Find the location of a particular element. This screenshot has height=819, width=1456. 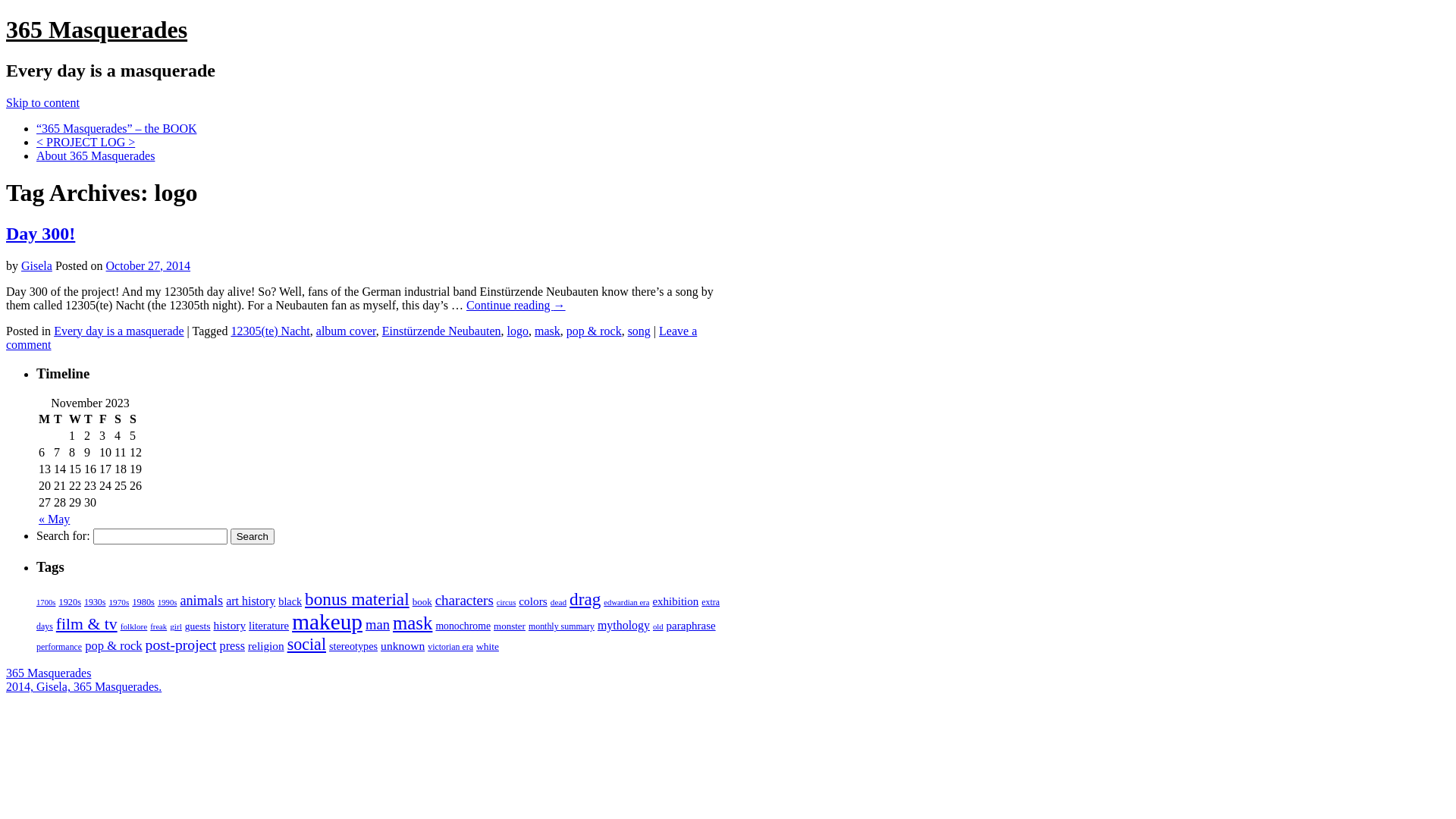

'Search' is located at coordinates (252, 535).